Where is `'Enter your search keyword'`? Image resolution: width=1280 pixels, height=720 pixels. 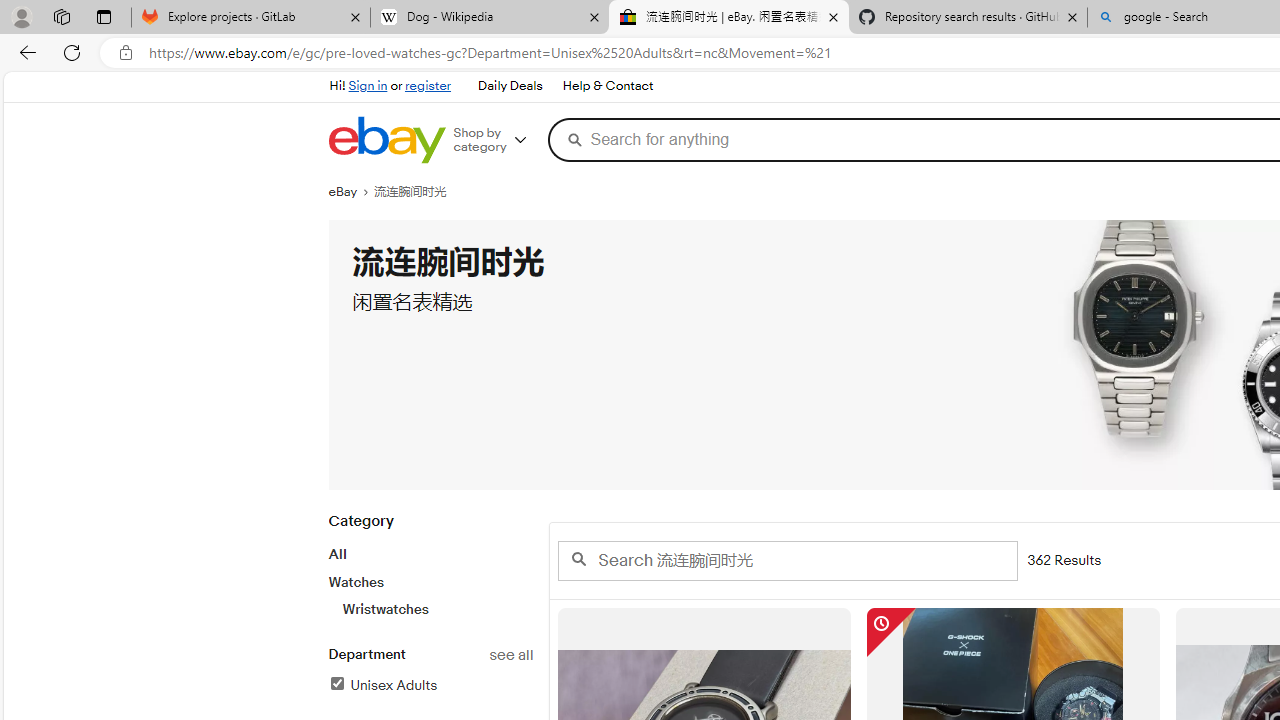 'Enter your search keyword' is located at coordinates (786, 560).